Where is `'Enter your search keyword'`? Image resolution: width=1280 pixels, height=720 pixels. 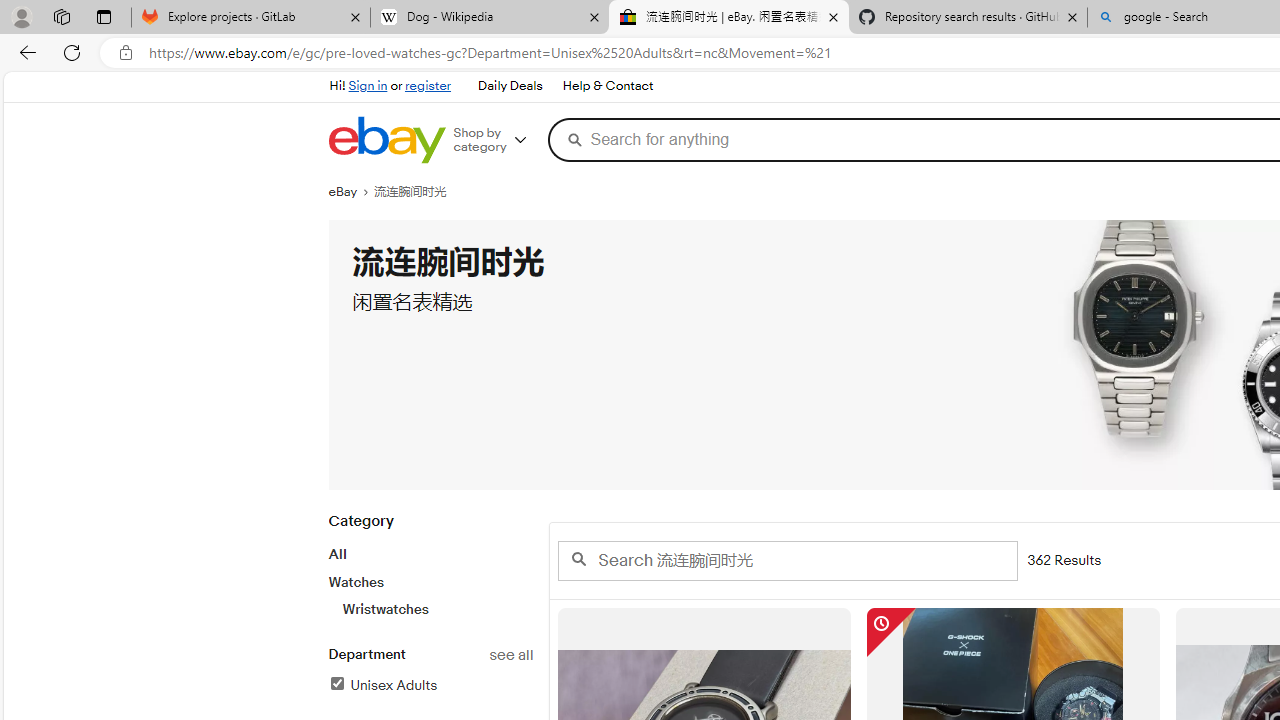 'Enter your search keyword' is located at coordinates (786, 560).